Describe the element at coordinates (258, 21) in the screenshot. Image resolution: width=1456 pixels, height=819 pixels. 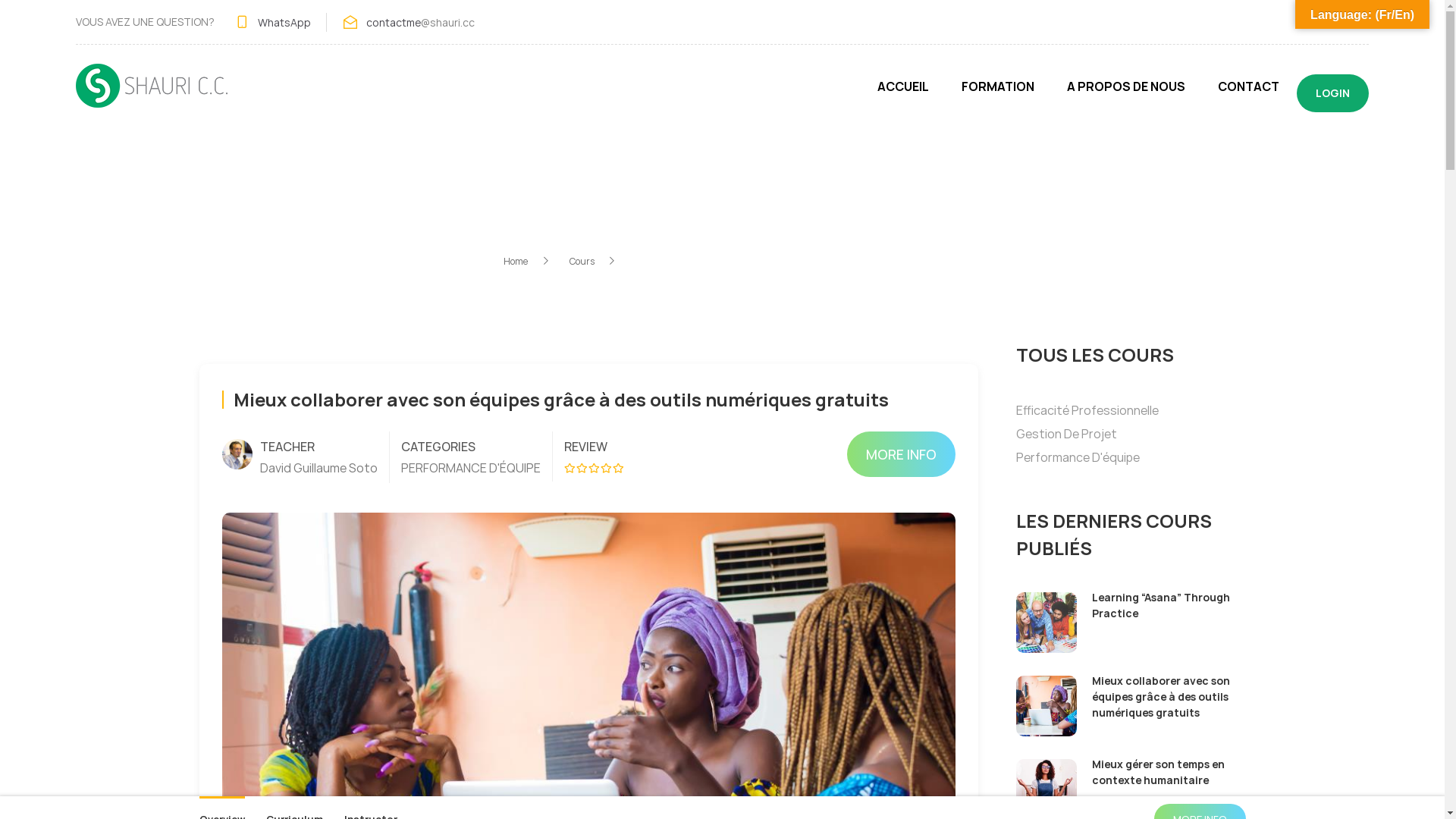
I see `'WhatsApp'` at that location.